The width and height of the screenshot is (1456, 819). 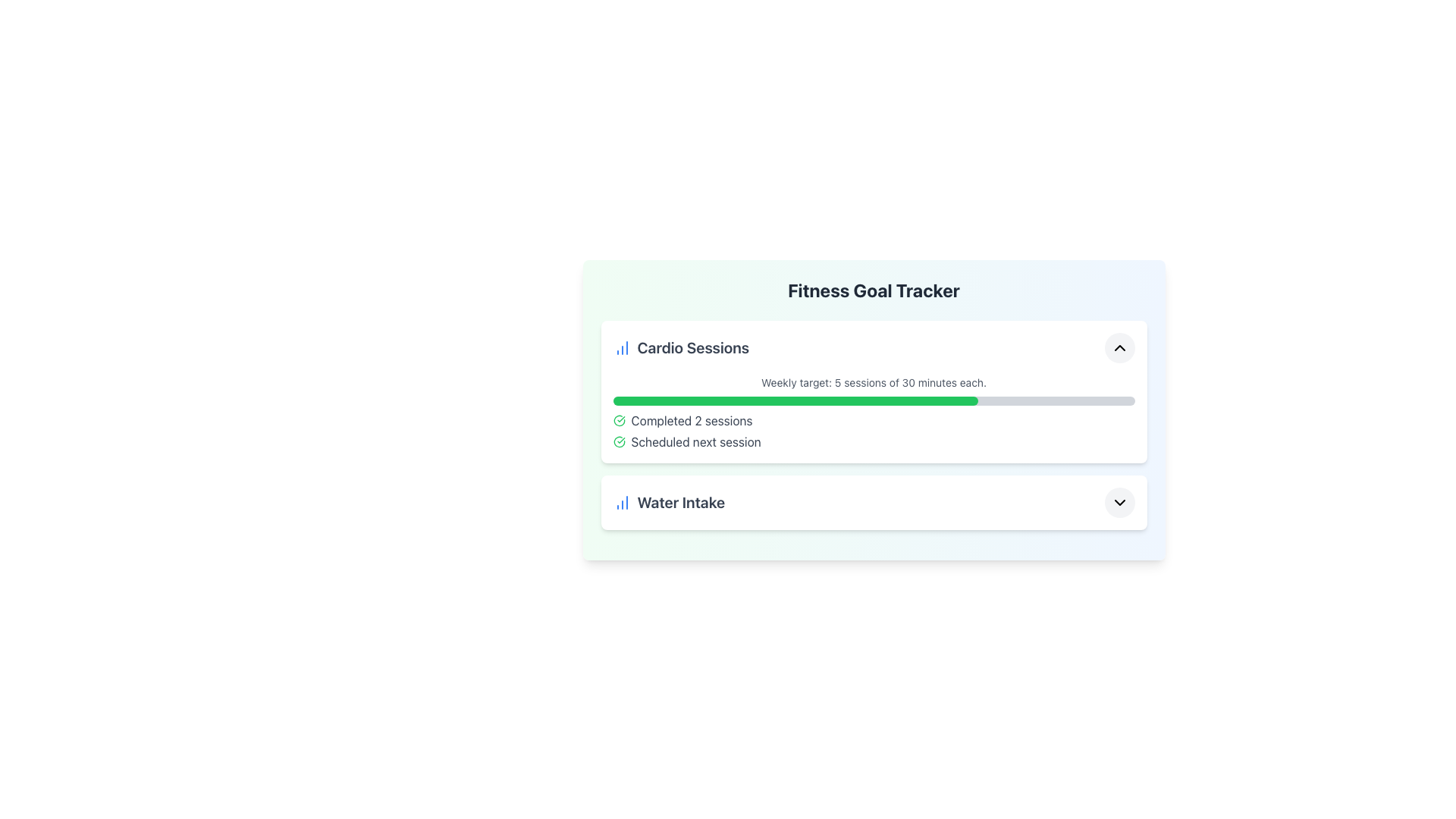 I want to click on the circular button with a light gray background containing a downward-pointing chevron icon, so click(x=1119, y=503).